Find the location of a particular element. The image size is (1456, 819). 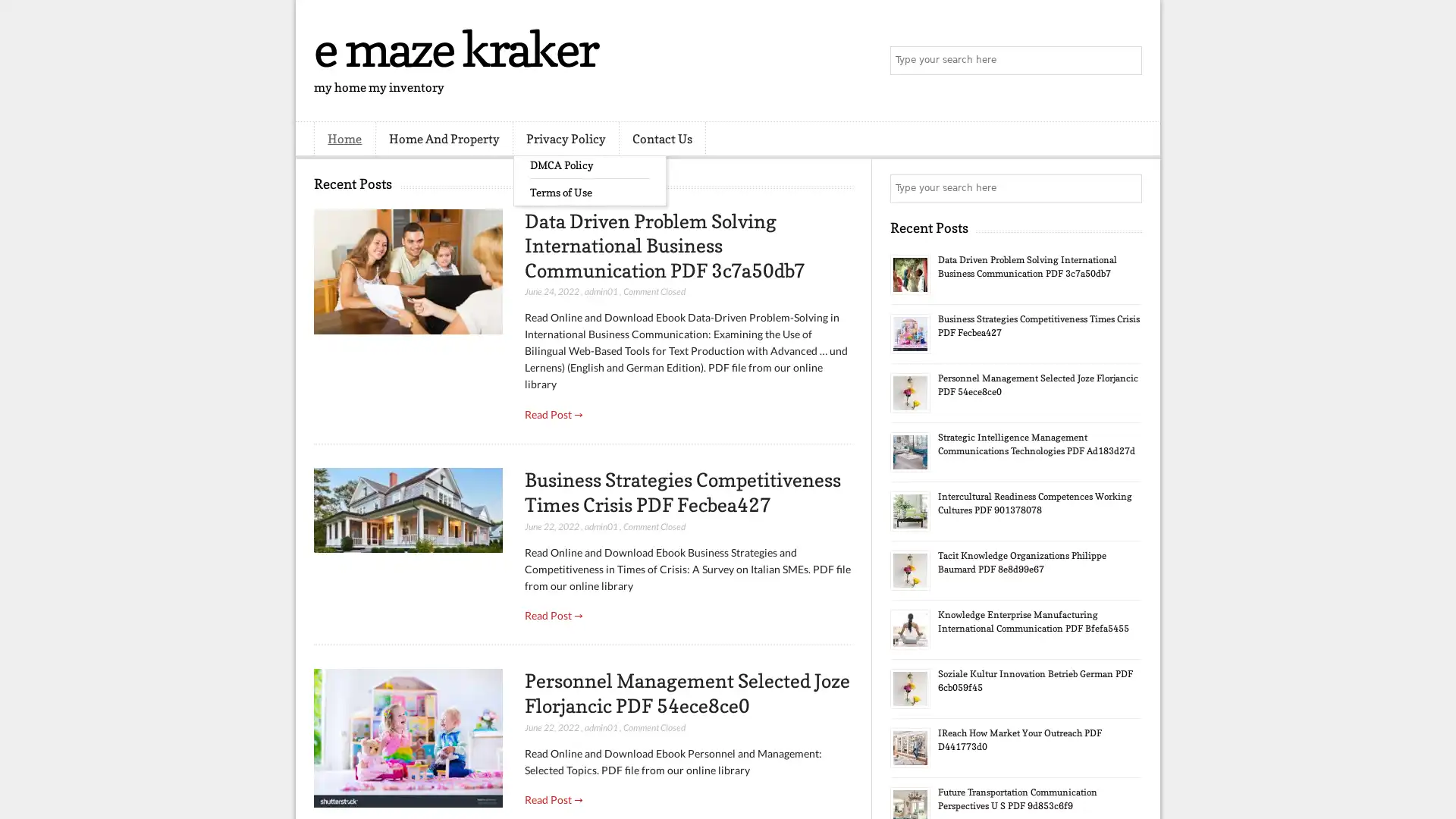

Search is located at coordinates (1126, 61).